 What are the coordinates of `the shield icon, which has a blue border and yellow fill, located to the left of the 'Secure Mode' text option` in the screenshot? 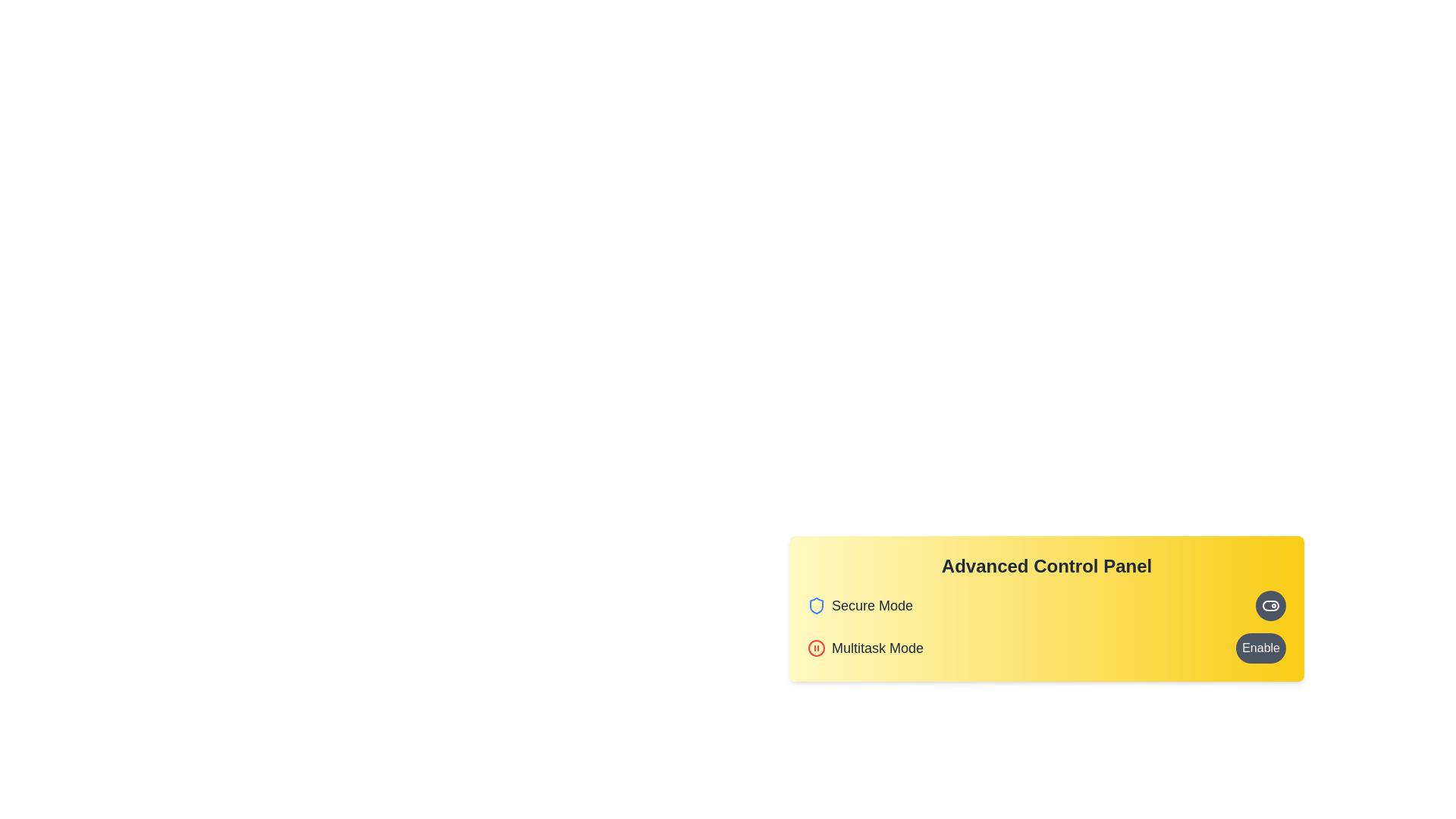 It's located at (815, 604).